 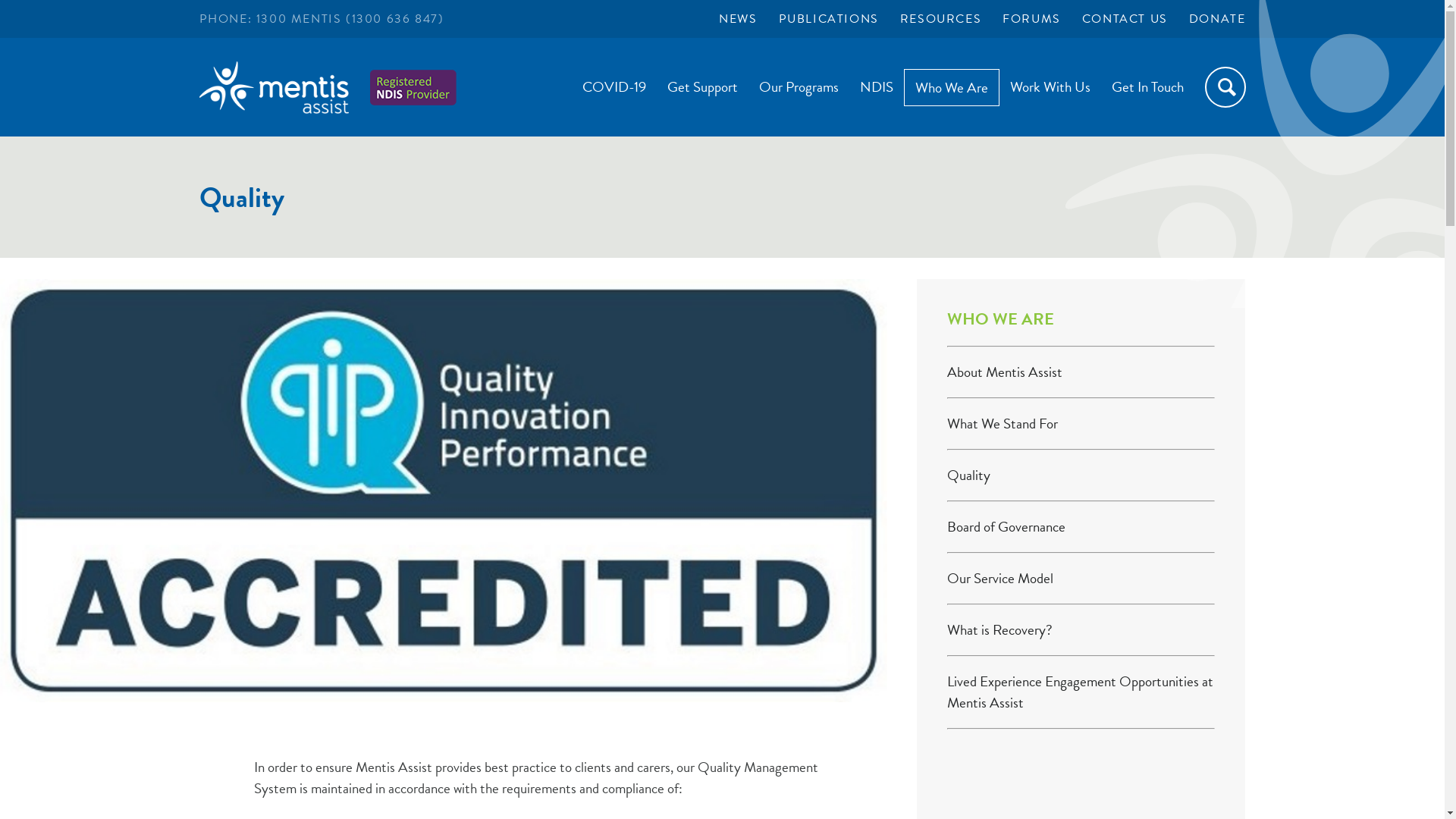 What do you see at coordinates (747, 86) in the screenshot?
I see `'Our Programs'` at bounding box center [747, 86].